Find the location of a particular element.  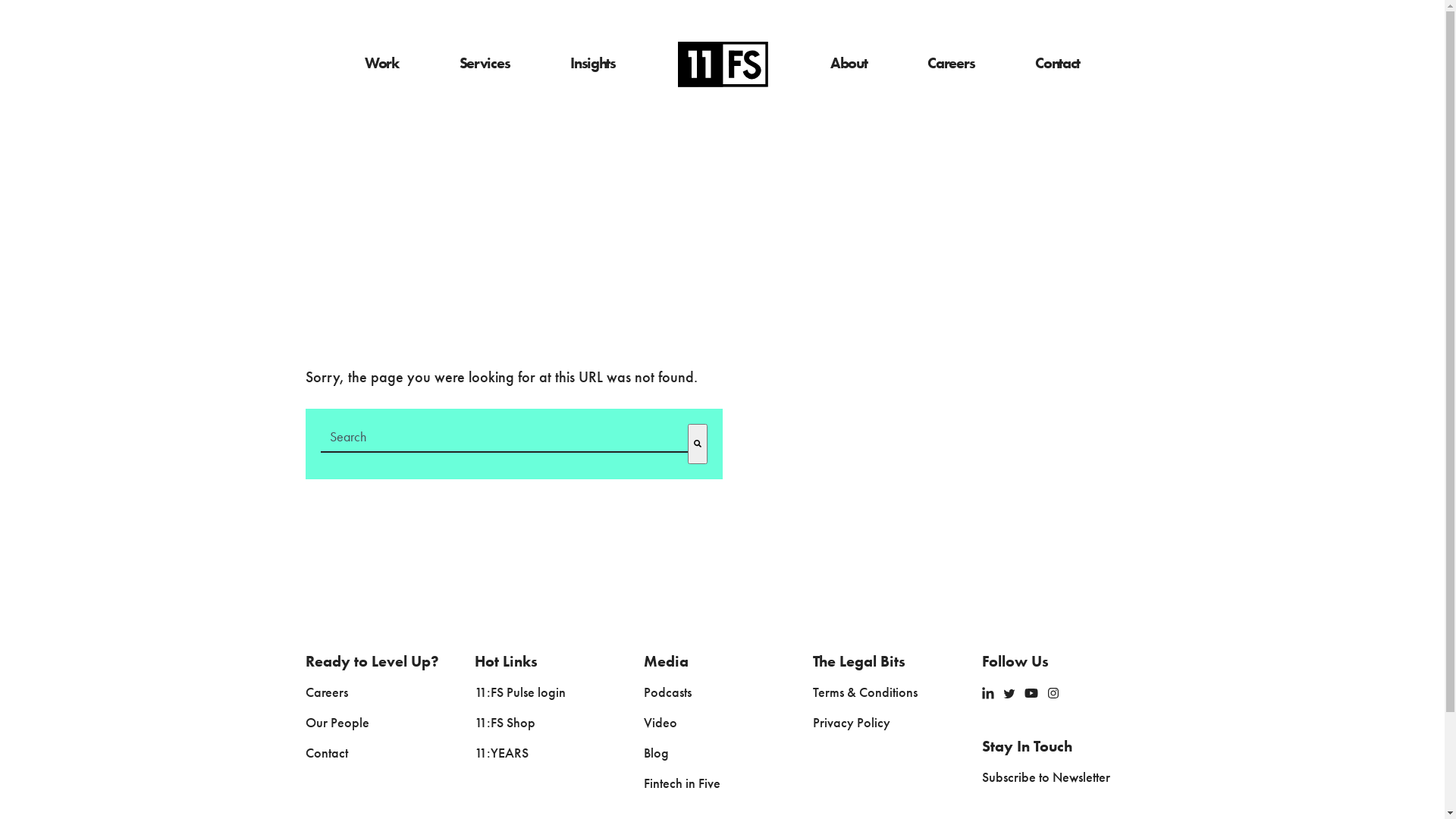

'Blog' is located at coordinates (644, 754).